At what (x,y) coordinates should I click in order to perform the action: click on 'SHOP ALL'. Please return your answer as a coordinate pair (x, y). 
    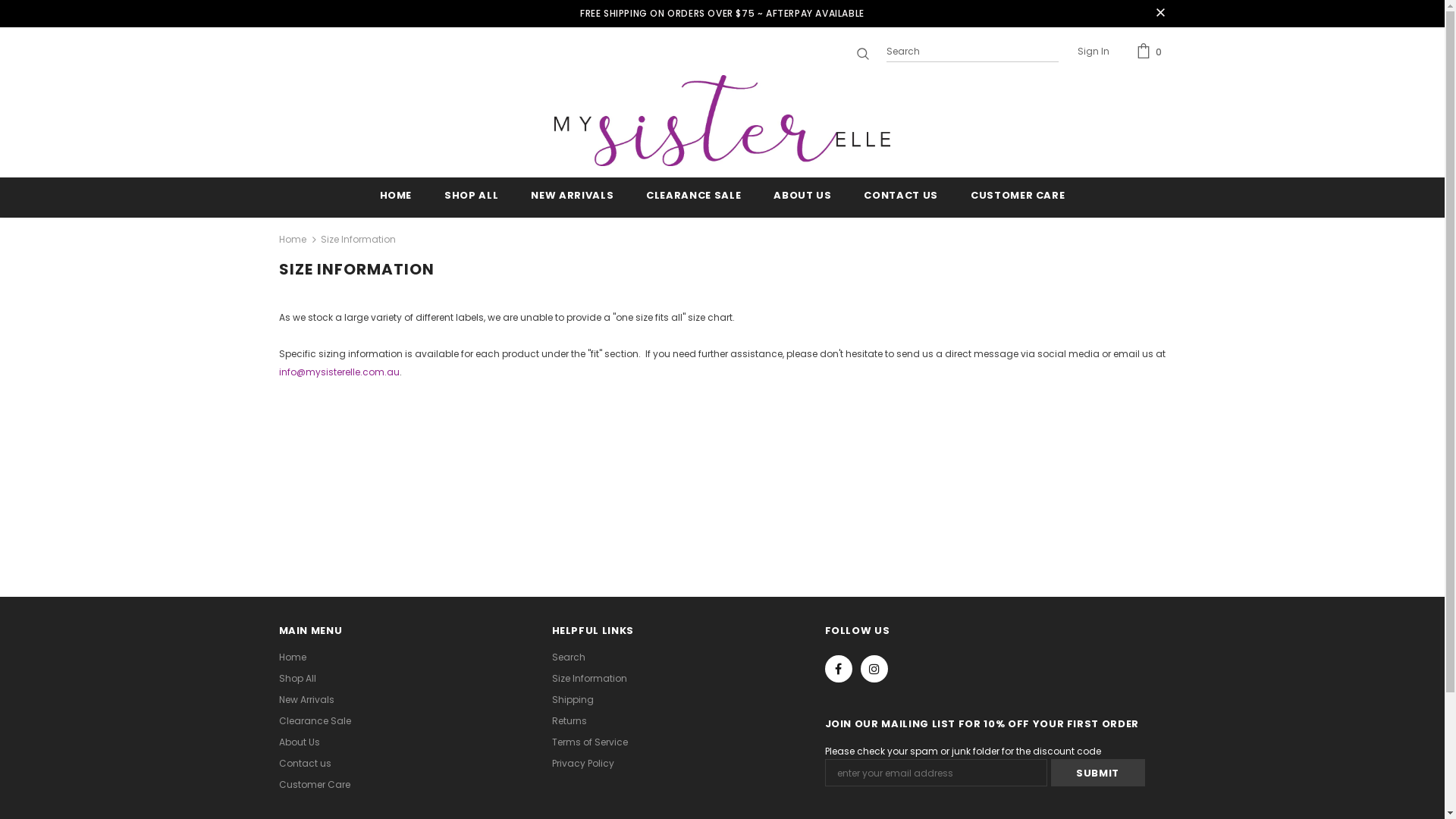
    Looking at the image, I should click on (443, 196).